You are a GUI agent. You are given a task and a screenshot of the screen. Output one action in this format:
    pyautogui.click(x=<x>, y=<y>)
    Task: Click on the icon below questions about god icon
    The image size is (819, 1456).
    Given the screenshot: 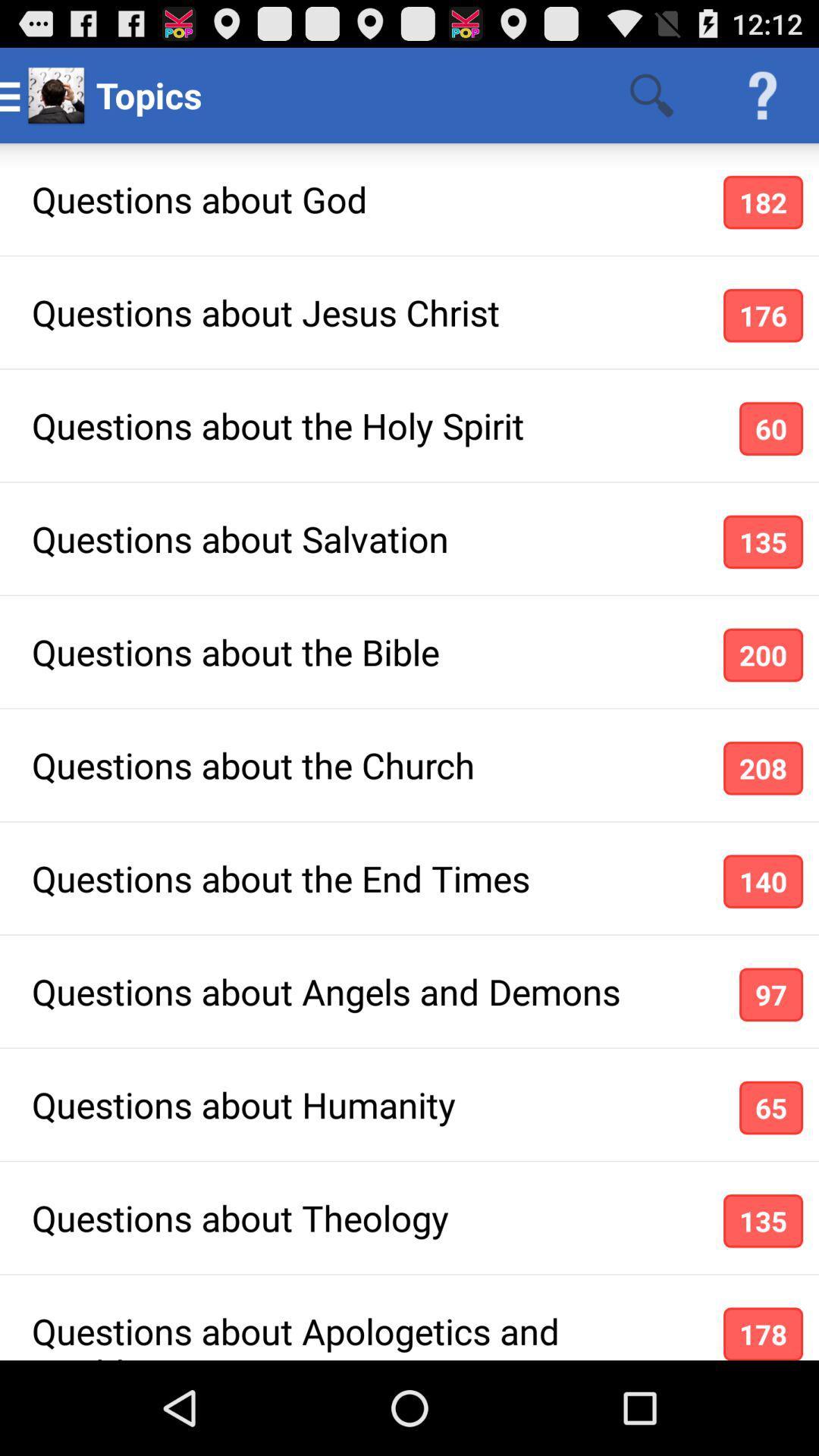 What is the action you would take?
    pyautogui.click(x=763, y=315)
    